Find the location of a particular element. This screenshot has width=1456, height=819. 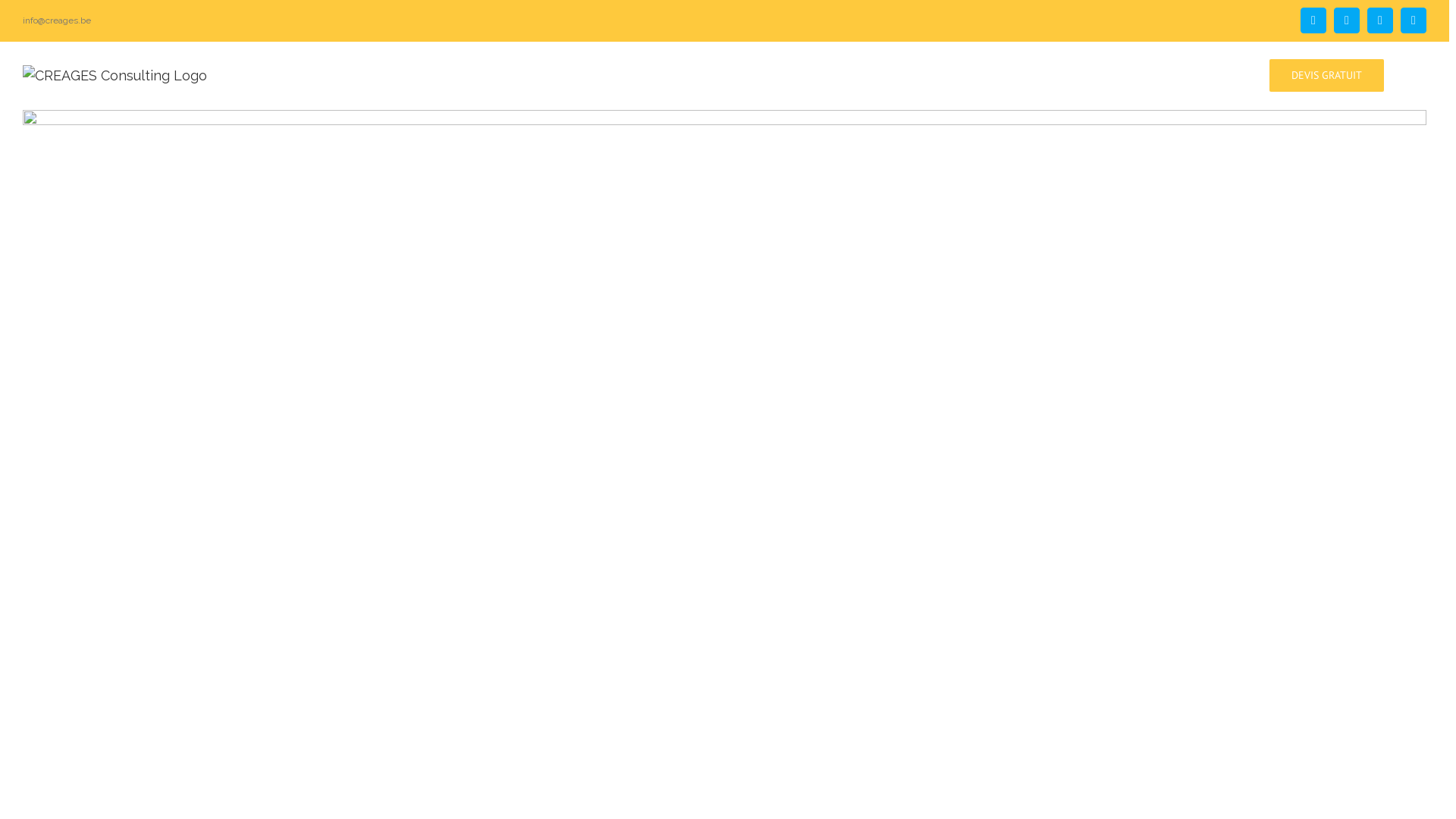

'DEVIS GRATUIT' is located at coordinates (1326, 74).